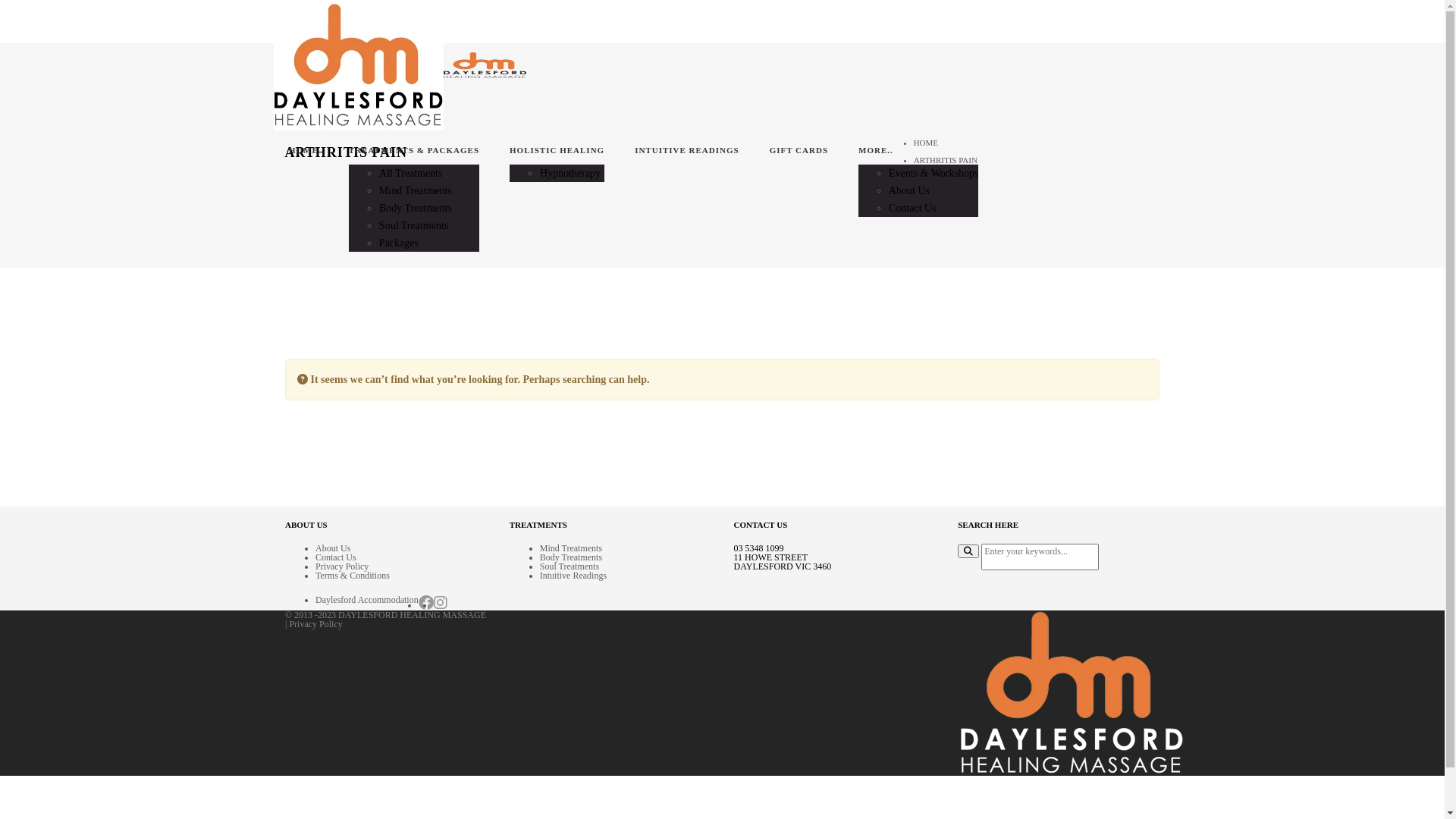 This screenshot has height=819, width=1456. What do you see at coordinates (912, 143) in the screenshot?
I see `'HOME'` at bounding box center [912, 143].